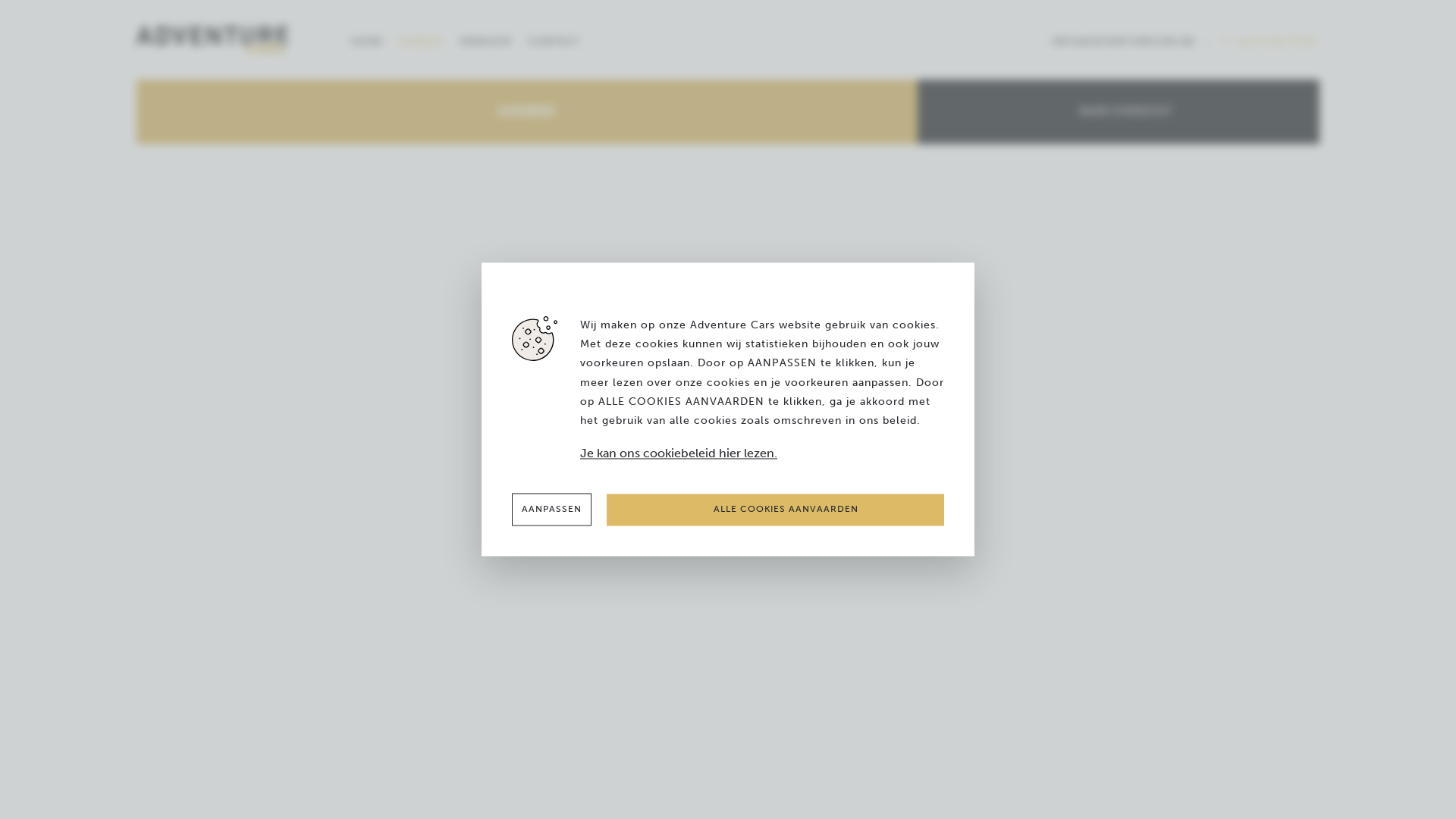 This screenshot has height=819, width=1456. I want to click on 'INFO@ADVENTURECARS.BE', so click(1128, 39).